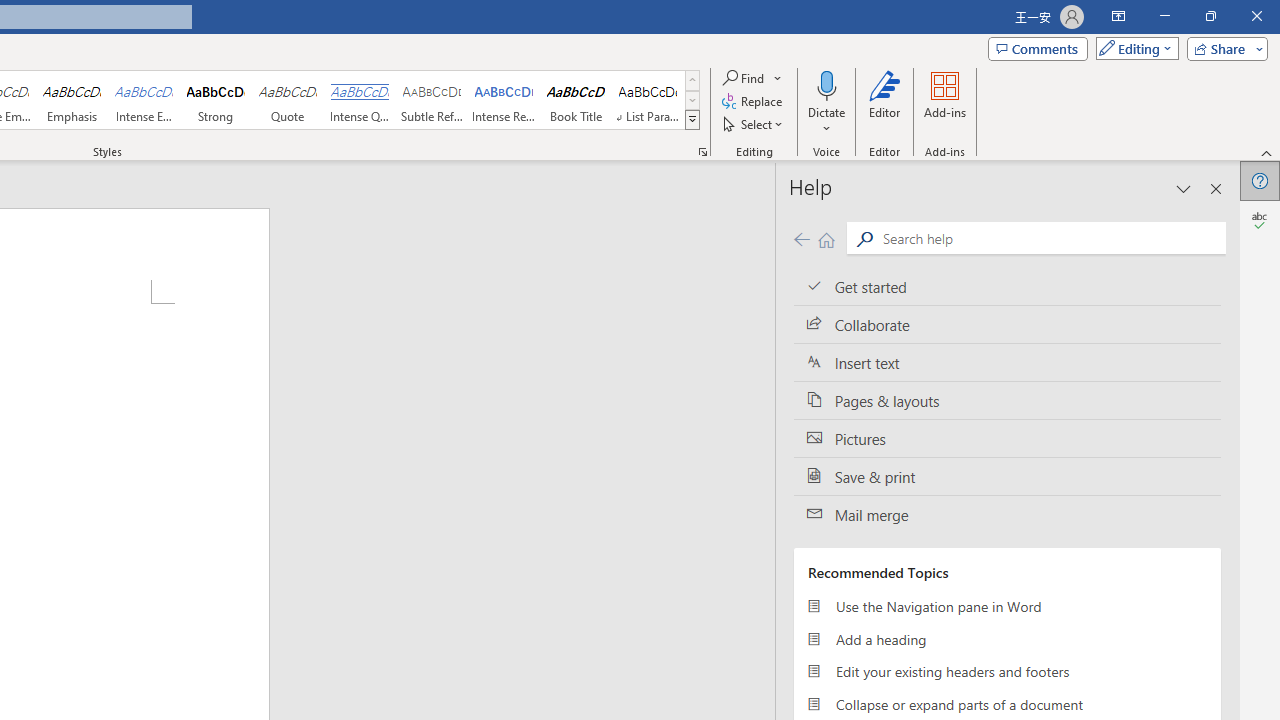 This screenshot has width=1280, height=720. Describe the element at coordinates (143, 100) in the screenshot. I see `'Intense Emphasis'` at that location.